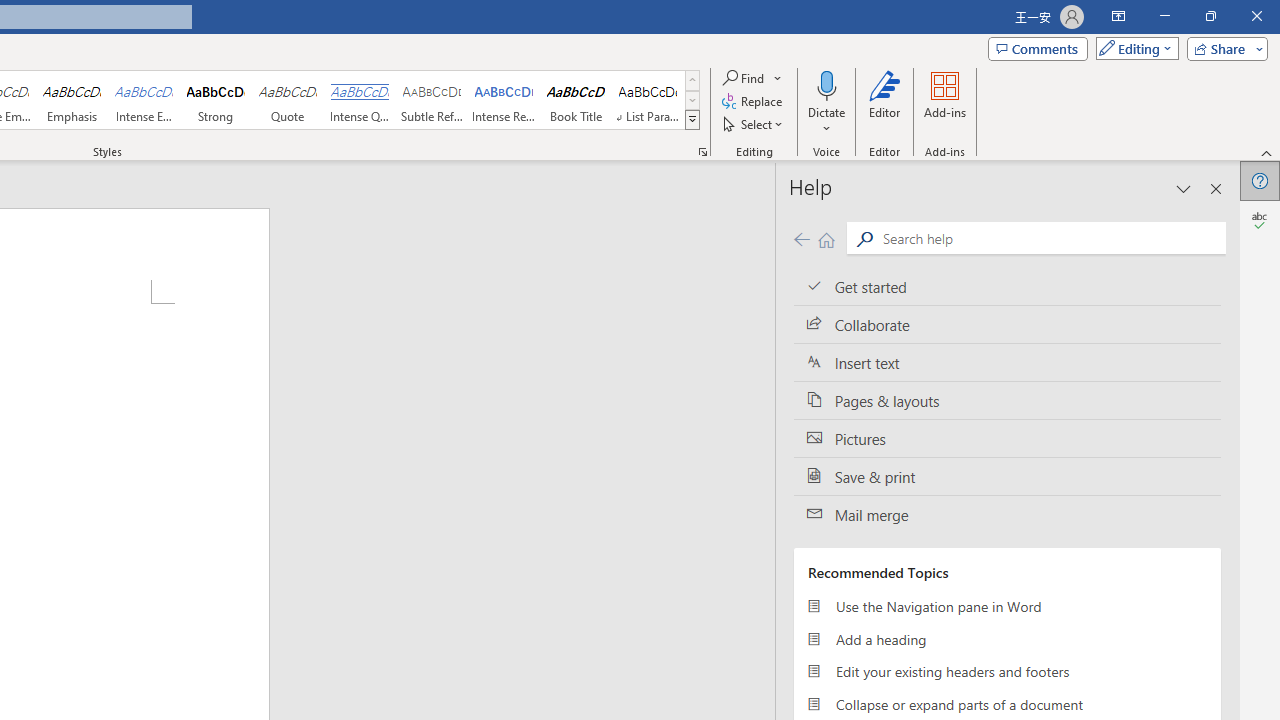 This screenshot has width=1280, height=720. Describe the element at coordinates (143, 100) in the screenshot. I see `'Intense Emphasis'` at that location.